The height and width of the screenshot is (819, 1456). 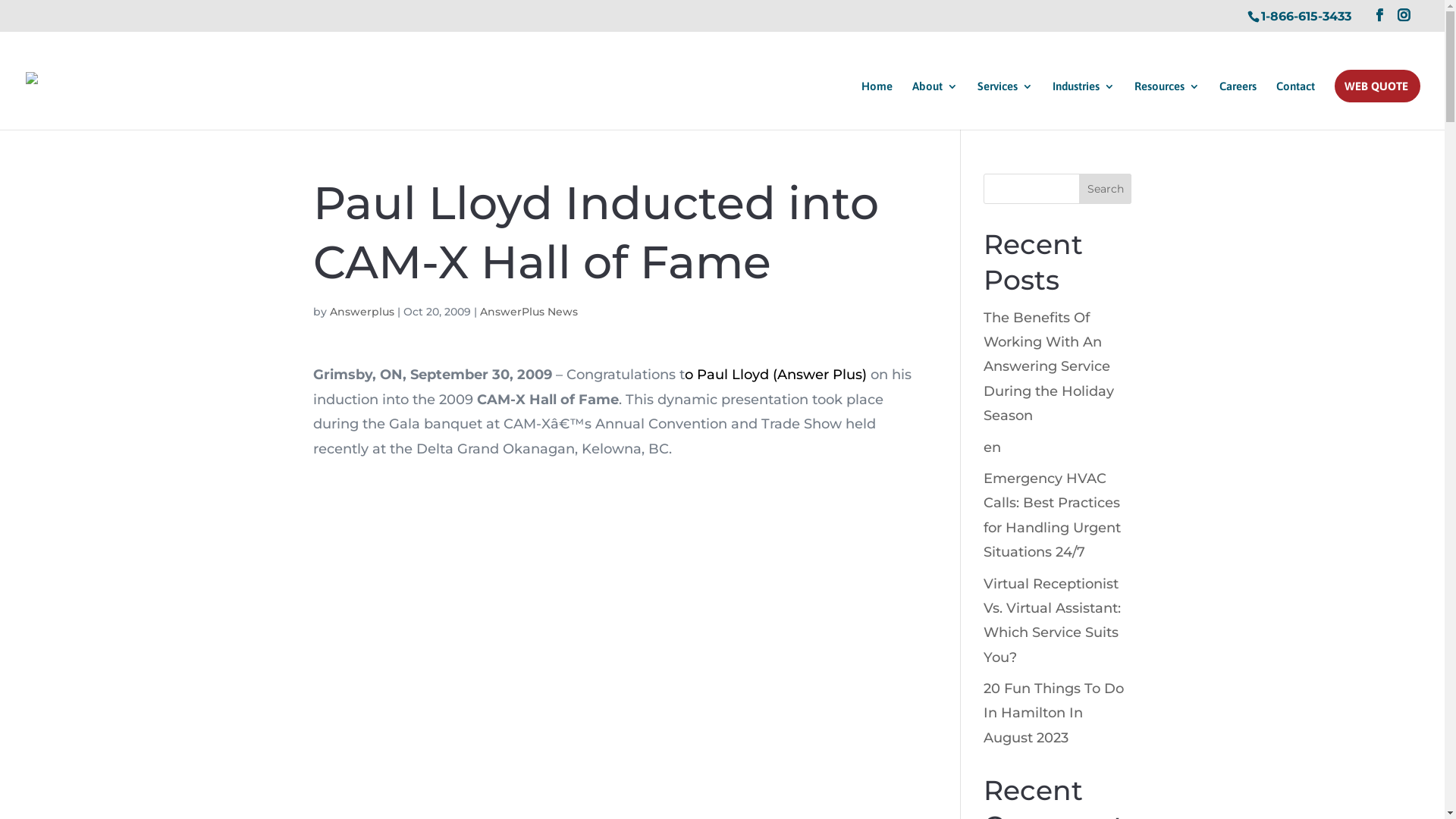 I want to click on 'Careers', so click(x=1238, y=104).